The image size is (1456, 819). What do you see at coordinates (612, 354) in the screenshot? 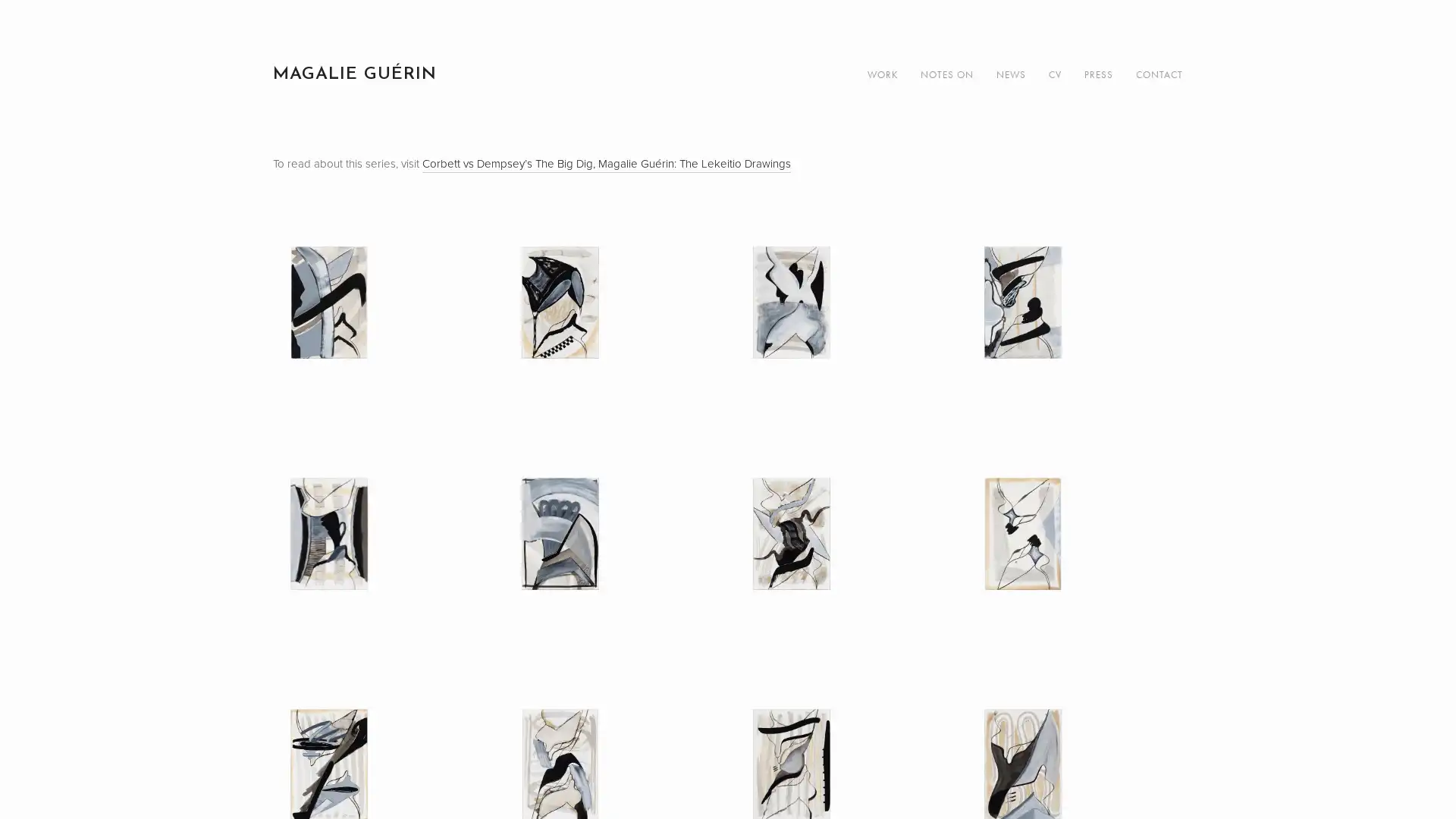
I see `View fullsize Untitled (LK 02), 2019` at bounding box center [612, 354].